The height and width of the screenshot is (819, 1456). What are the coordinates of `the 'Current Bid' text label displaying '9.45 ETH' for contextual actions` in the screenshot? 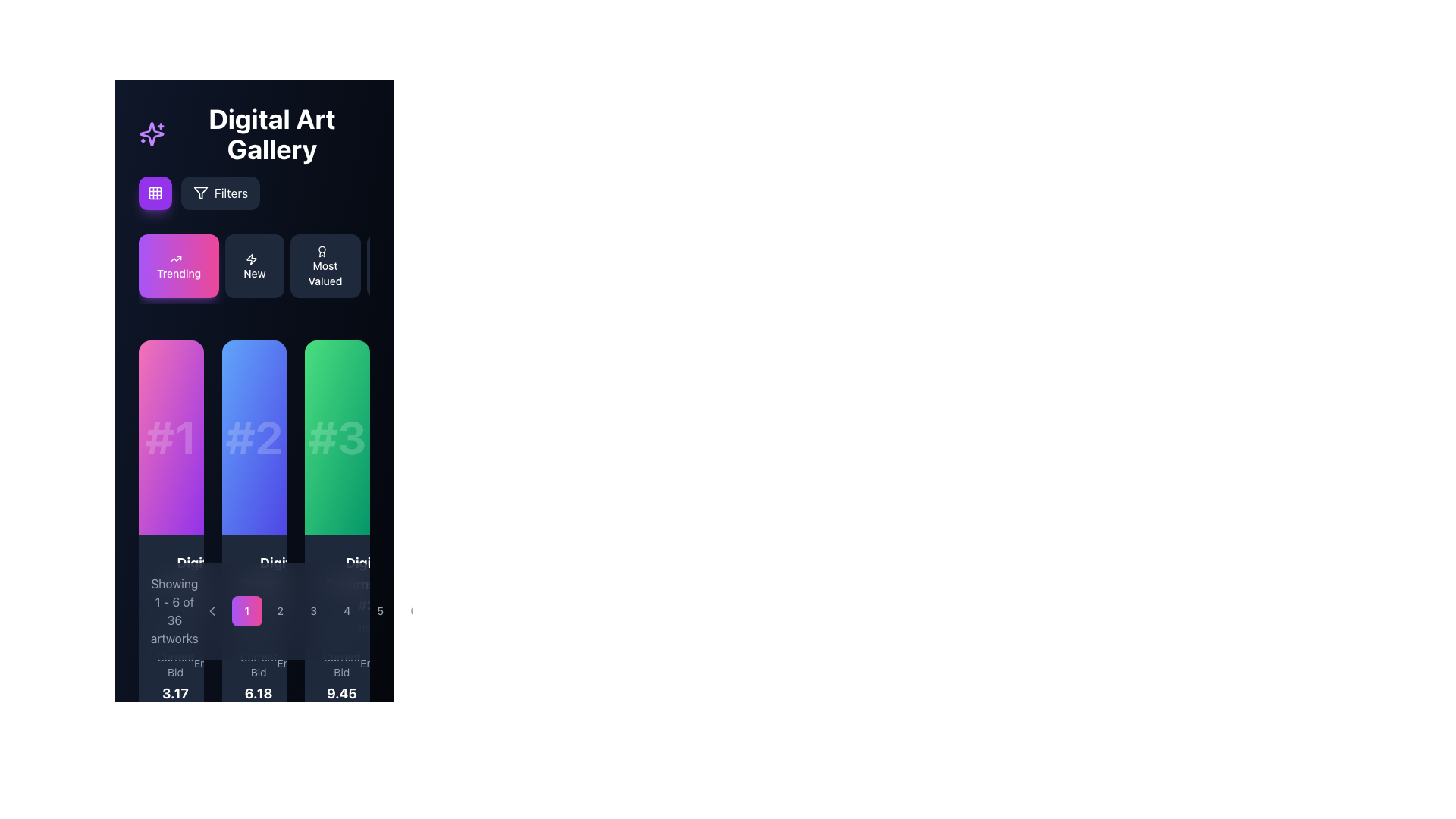 It's located at (337, 687).